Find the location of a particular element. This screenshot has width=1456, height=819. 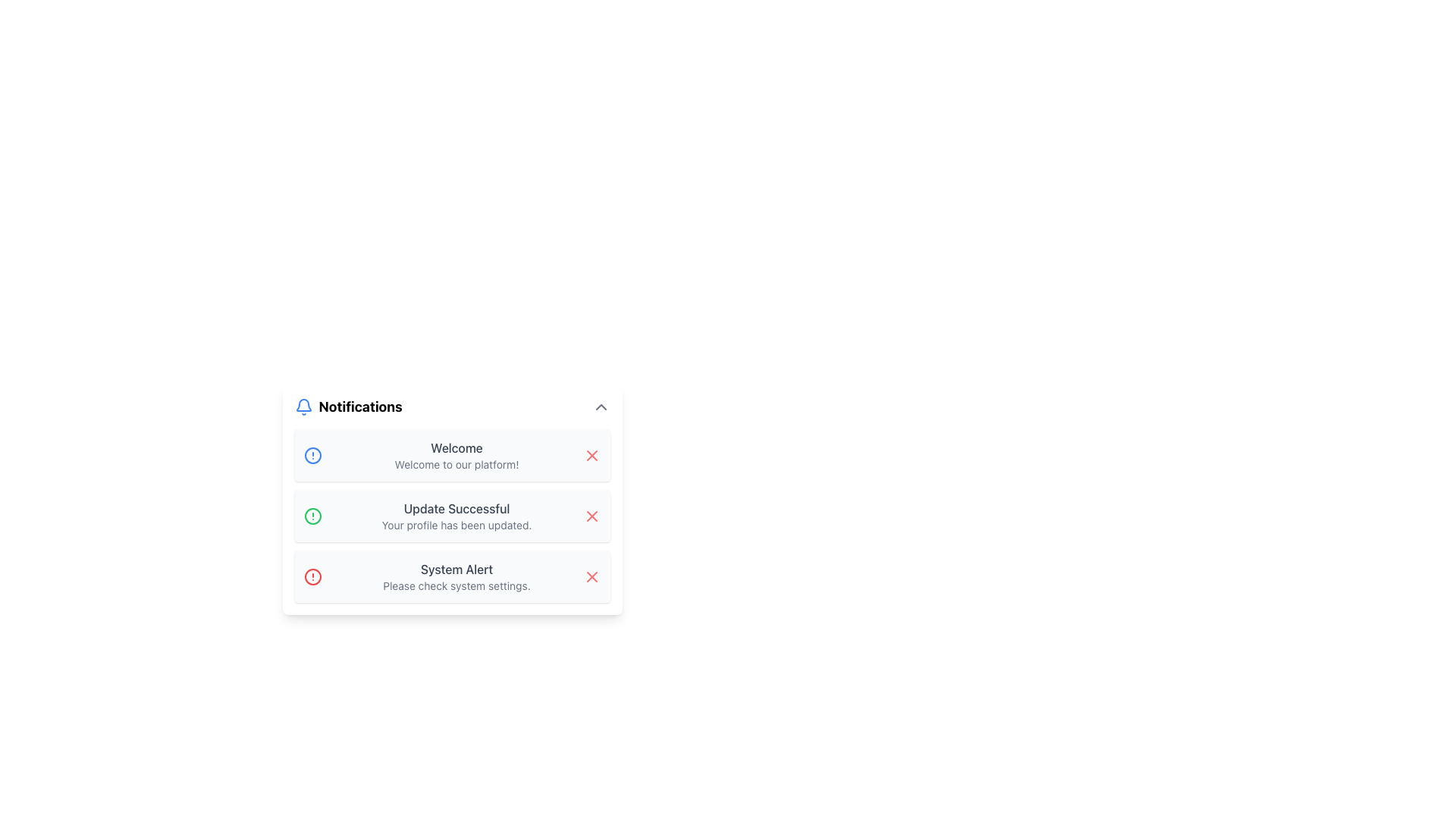

the button at the far right of the 'Notifications' header section is located at coordinates (600, 406).